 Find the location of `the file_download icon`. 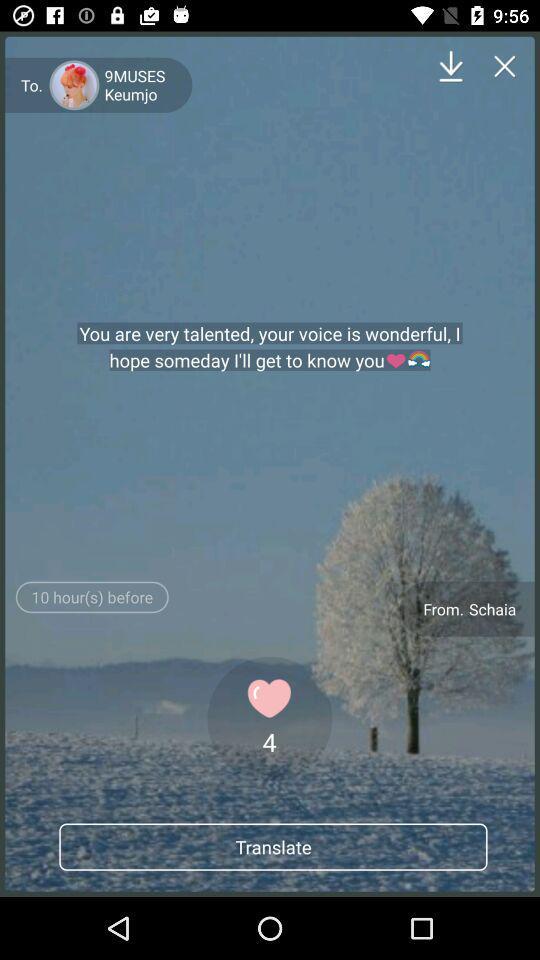

the file_download icon is located at coordinates (451, 66).